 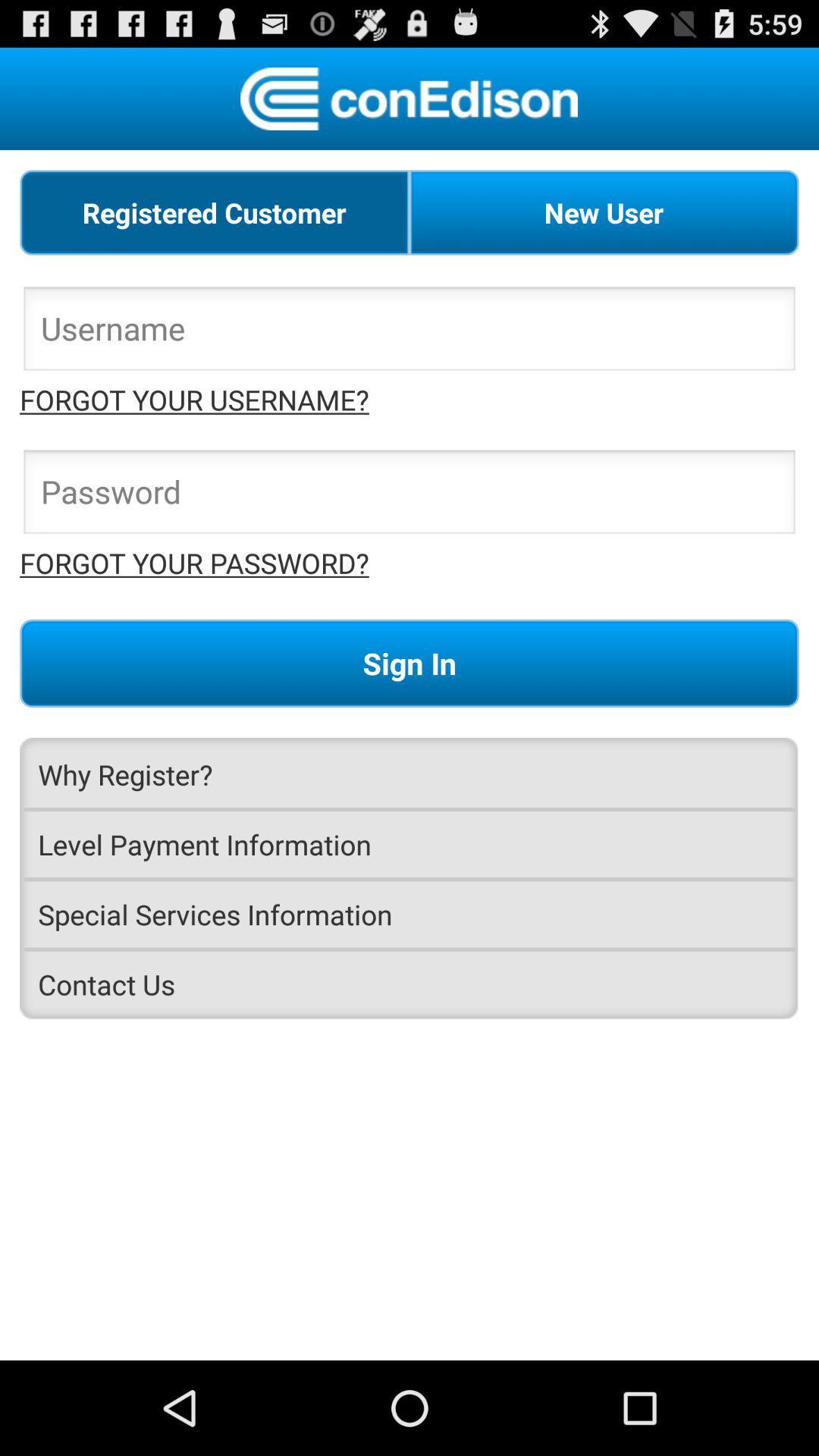 I want to click on radio button to the left of the new user radio button, so click(x=215, y=212).